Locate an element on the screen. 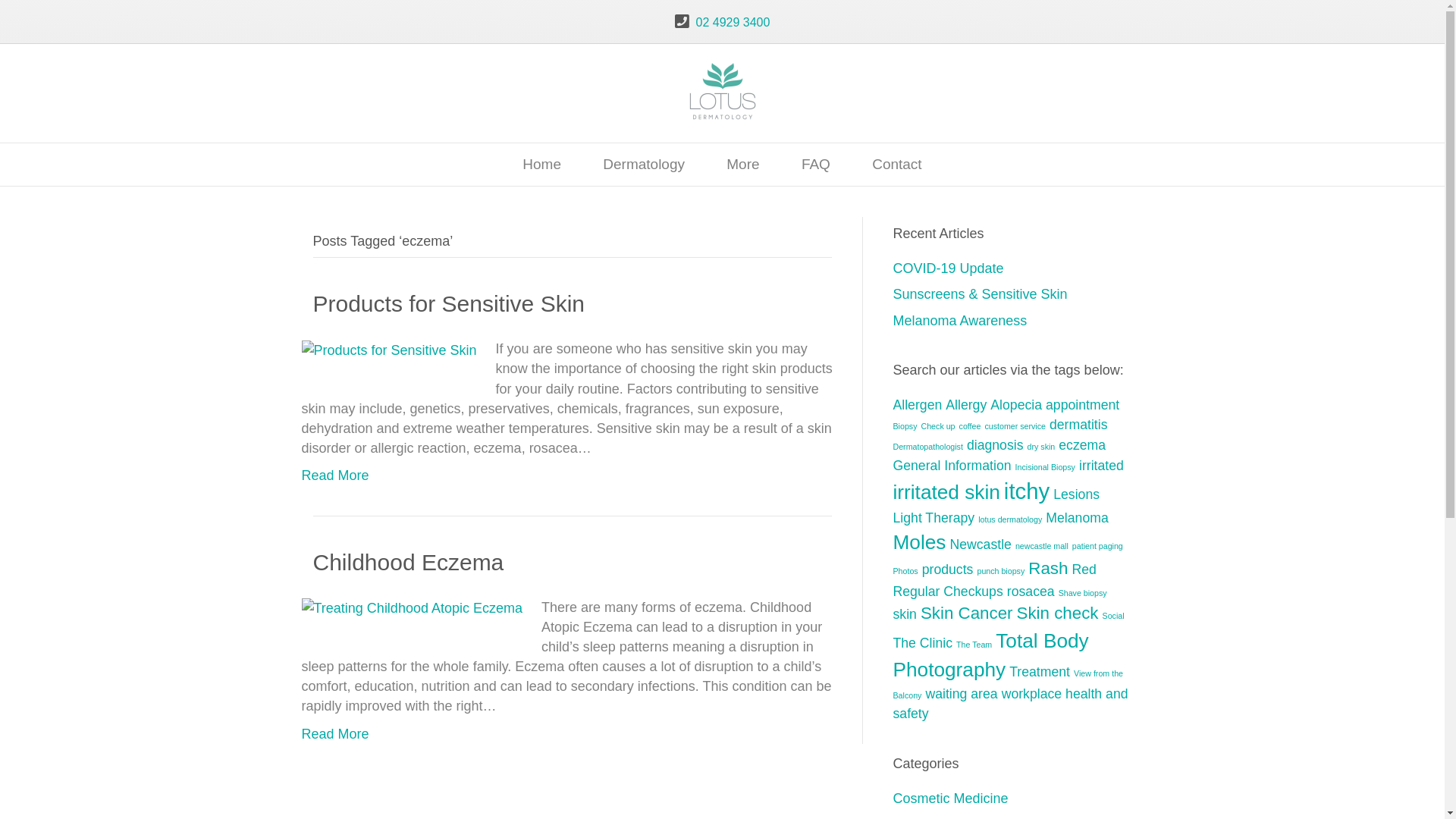  'coffee' is located at coordinates (969, 426).